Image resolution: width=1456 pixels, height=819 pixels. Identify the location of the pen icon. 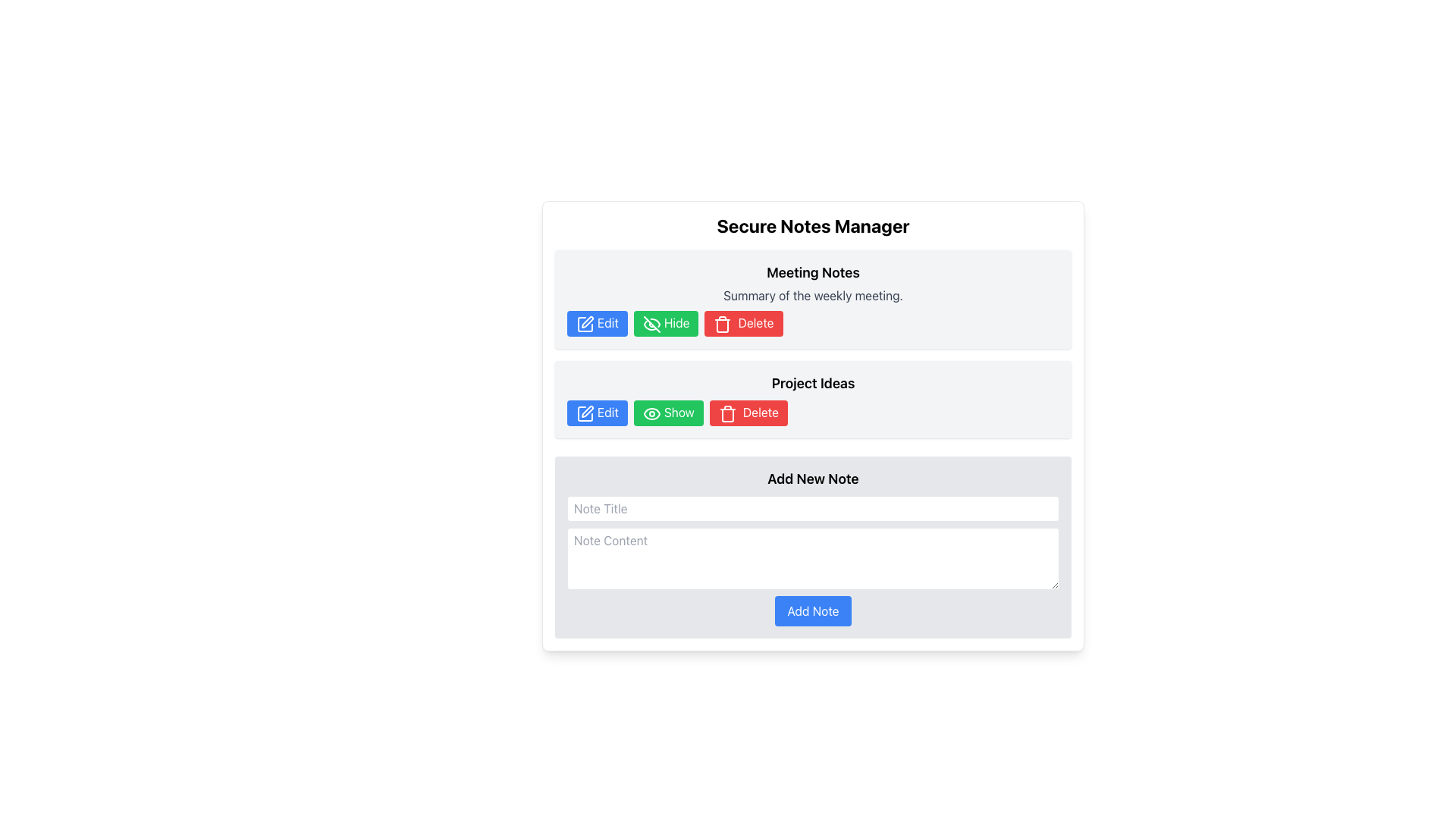
(586, 321).